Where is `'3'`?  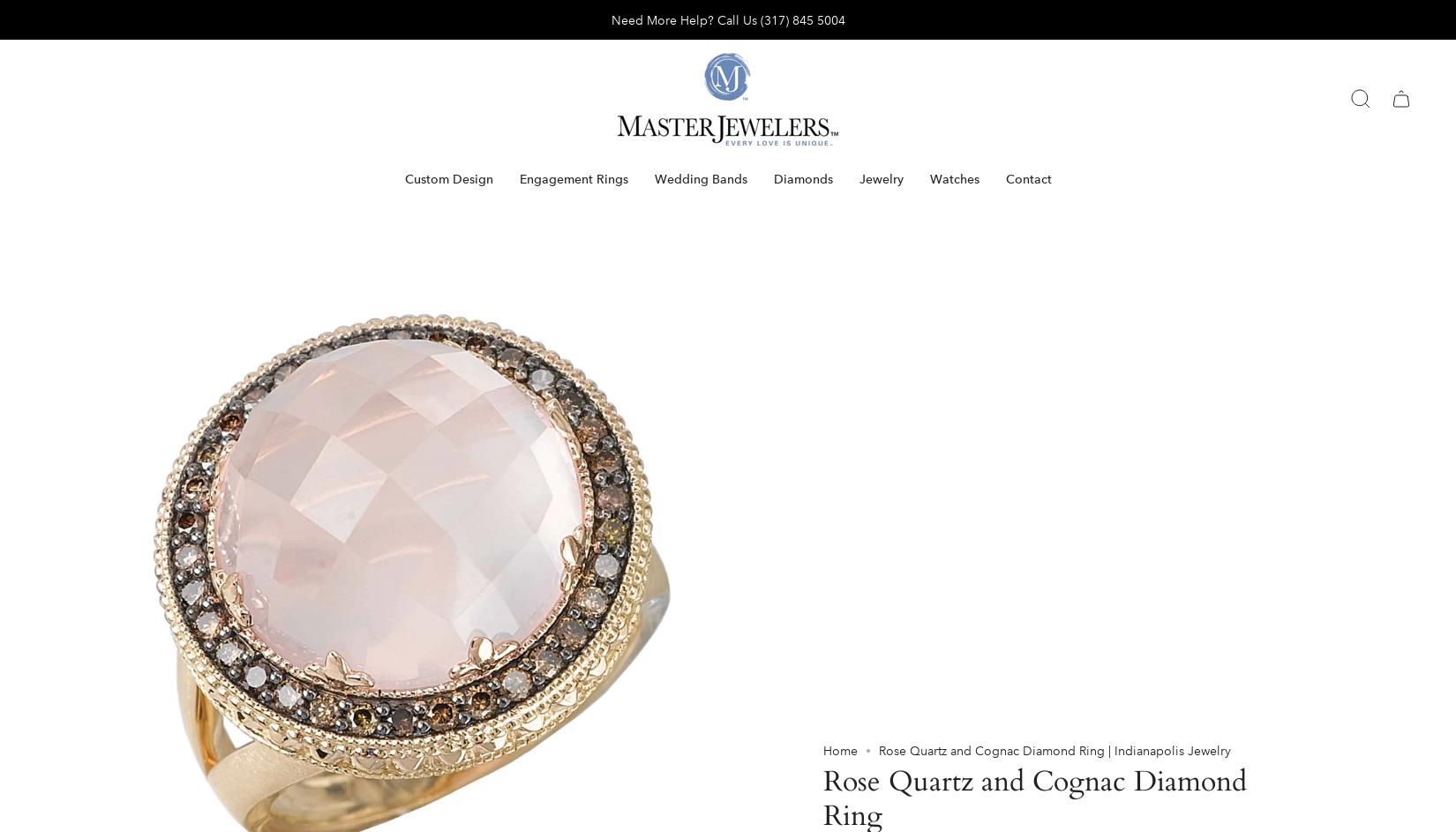
'3' is located at coordinates (834, 304).